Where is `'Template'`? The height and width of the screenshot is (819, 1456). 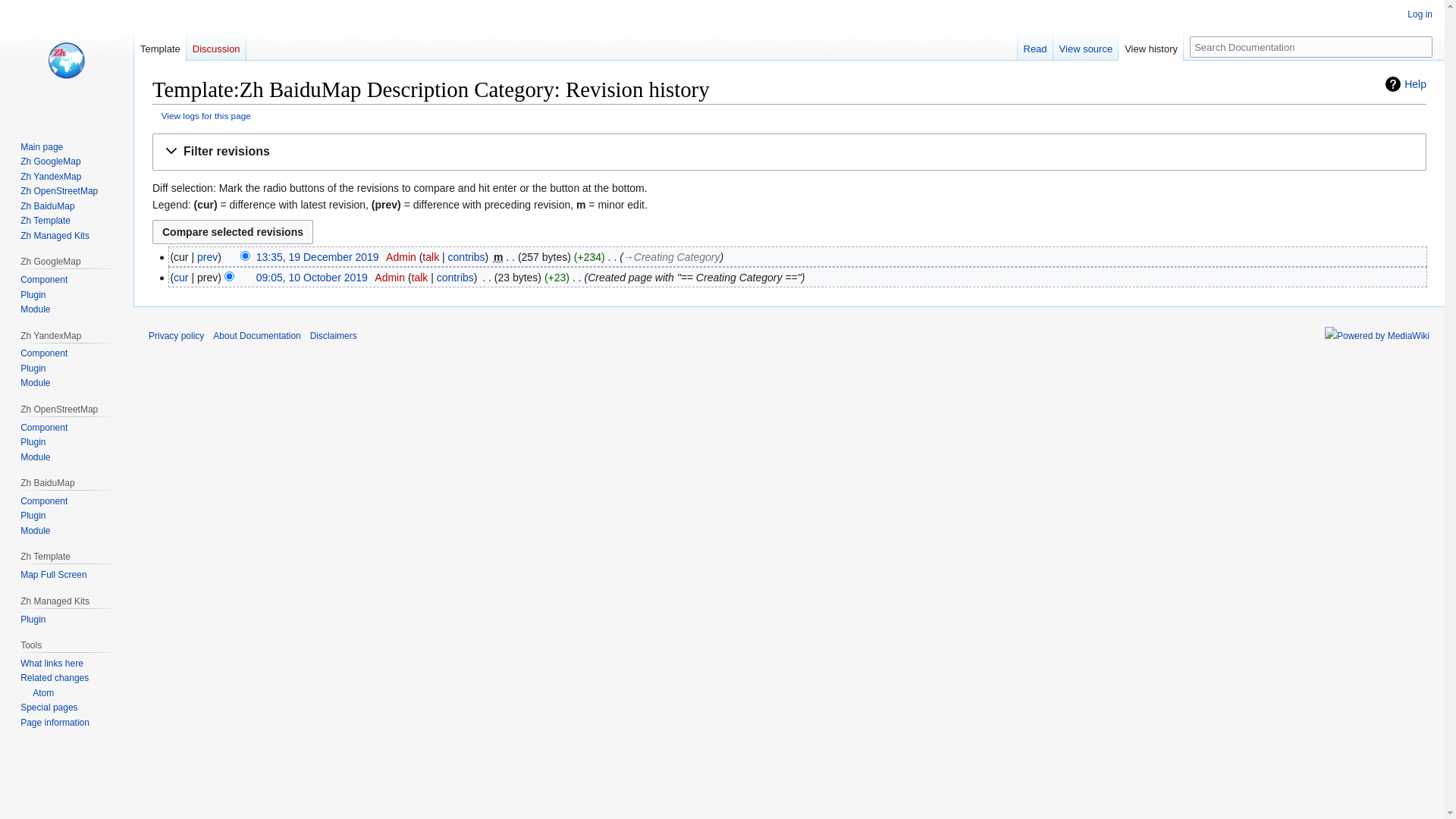 'Template' is located at coordinates (160, 45).